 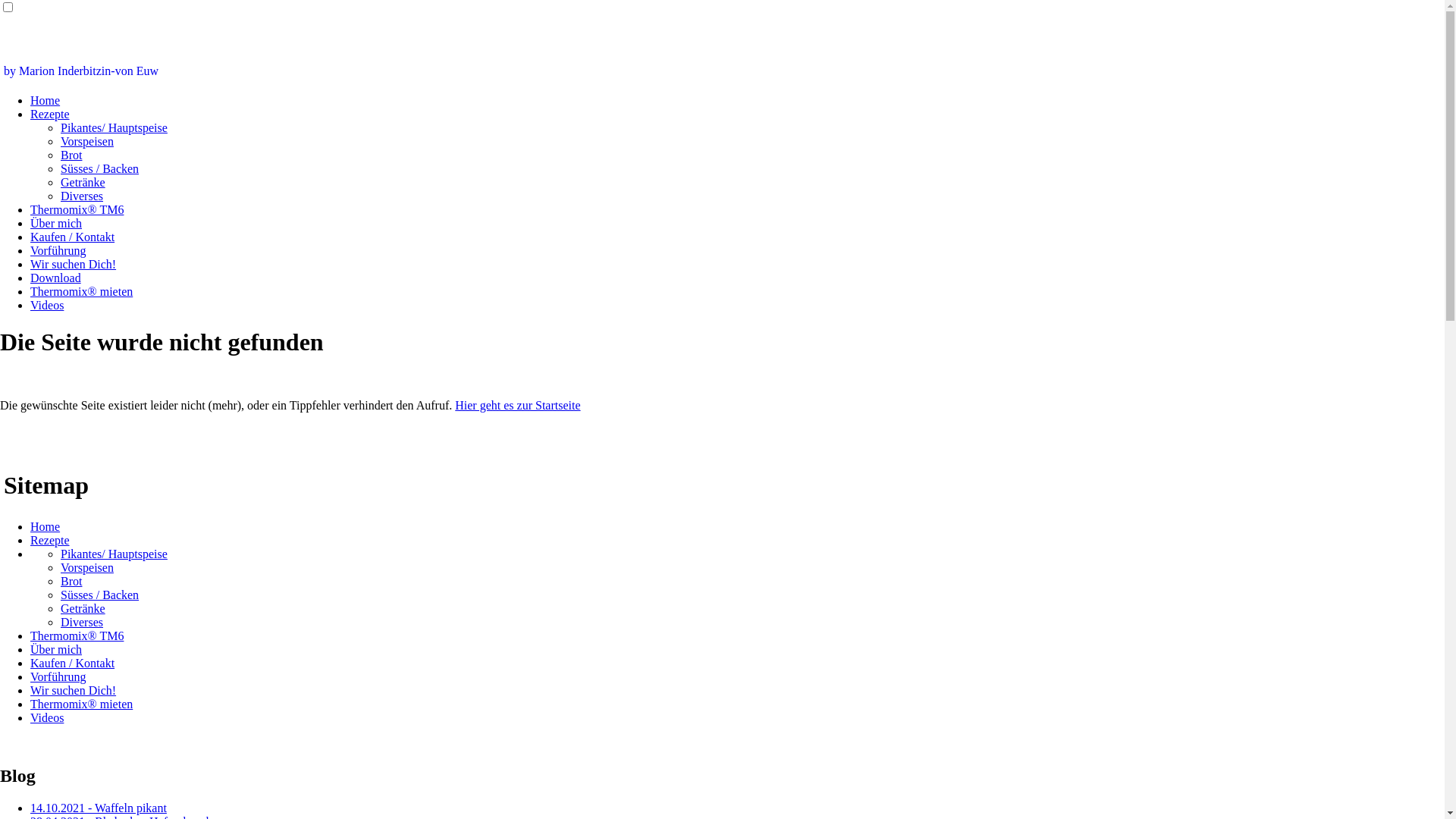 What do you see at coordinates (86, 567) in the screenshot?
I see `'Vorspeisen'` at bounding box center [86, 567].